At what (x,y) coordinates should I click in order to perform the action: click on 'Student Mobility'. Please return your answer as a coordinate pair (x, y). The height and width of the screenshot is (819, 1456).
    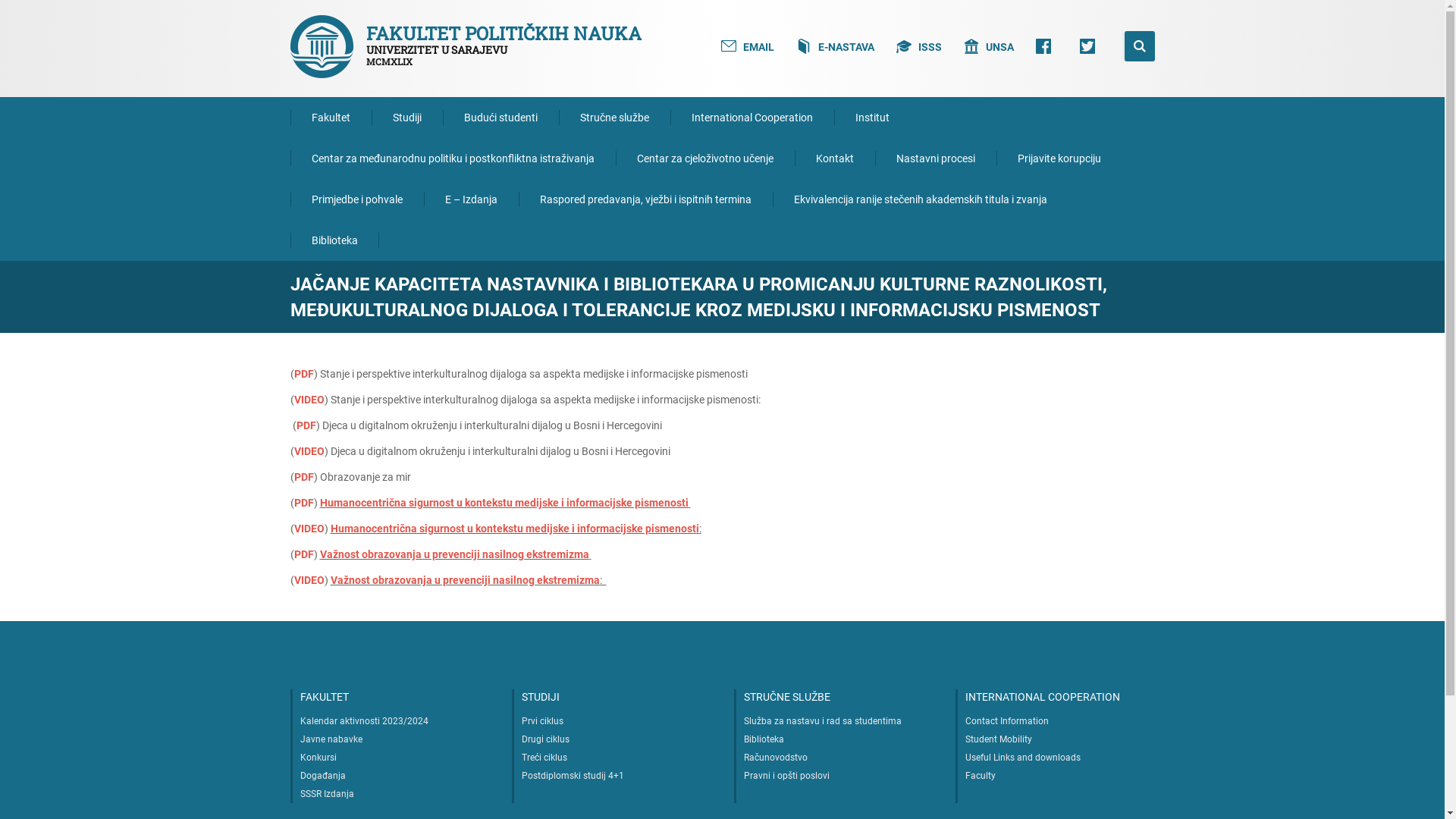
    Looking at the image, I should click on (998, 739).